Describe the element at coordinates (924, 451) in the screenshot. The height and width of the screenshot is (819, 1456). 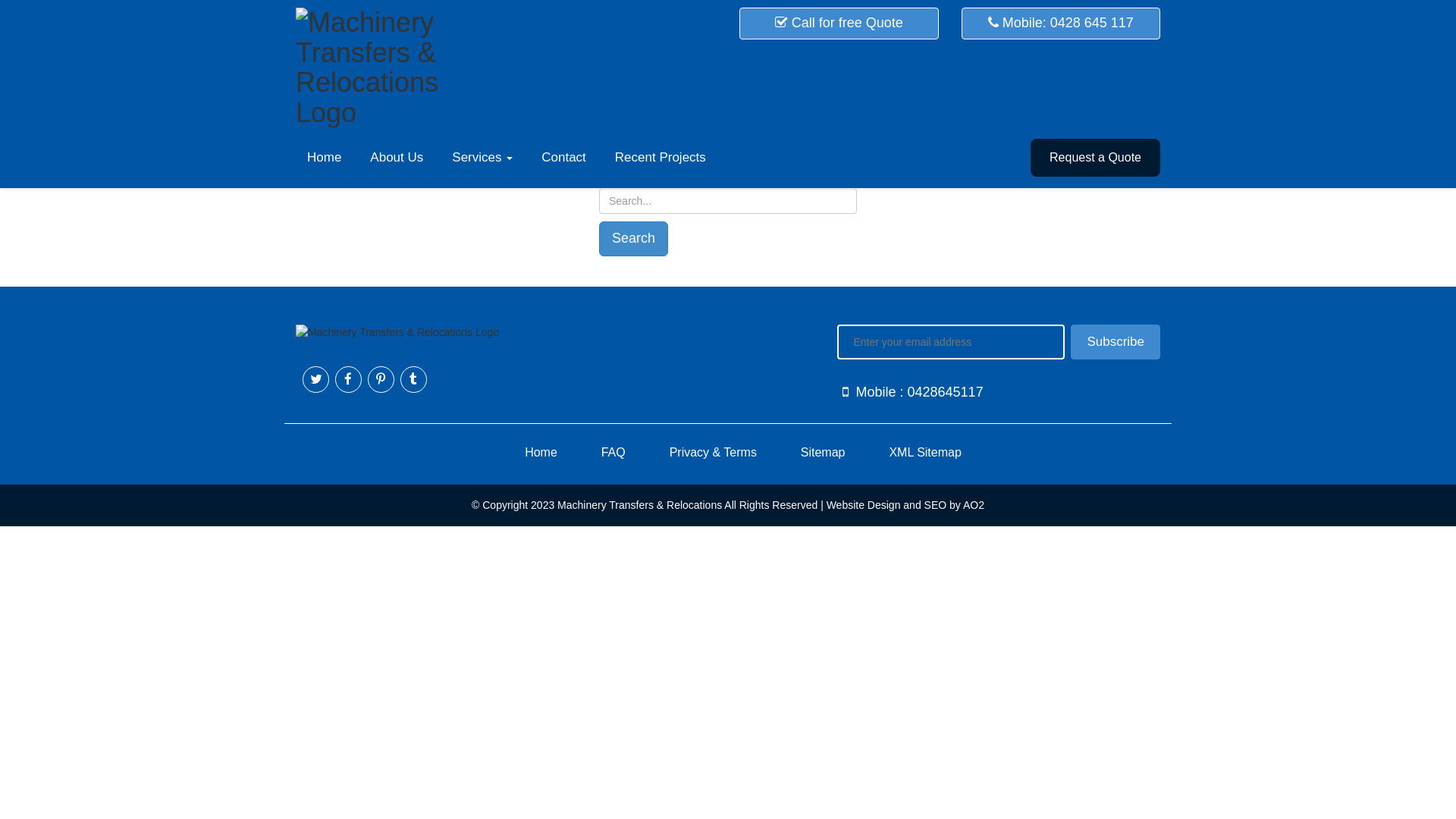
I see `'XML Sitemap'` at that location.